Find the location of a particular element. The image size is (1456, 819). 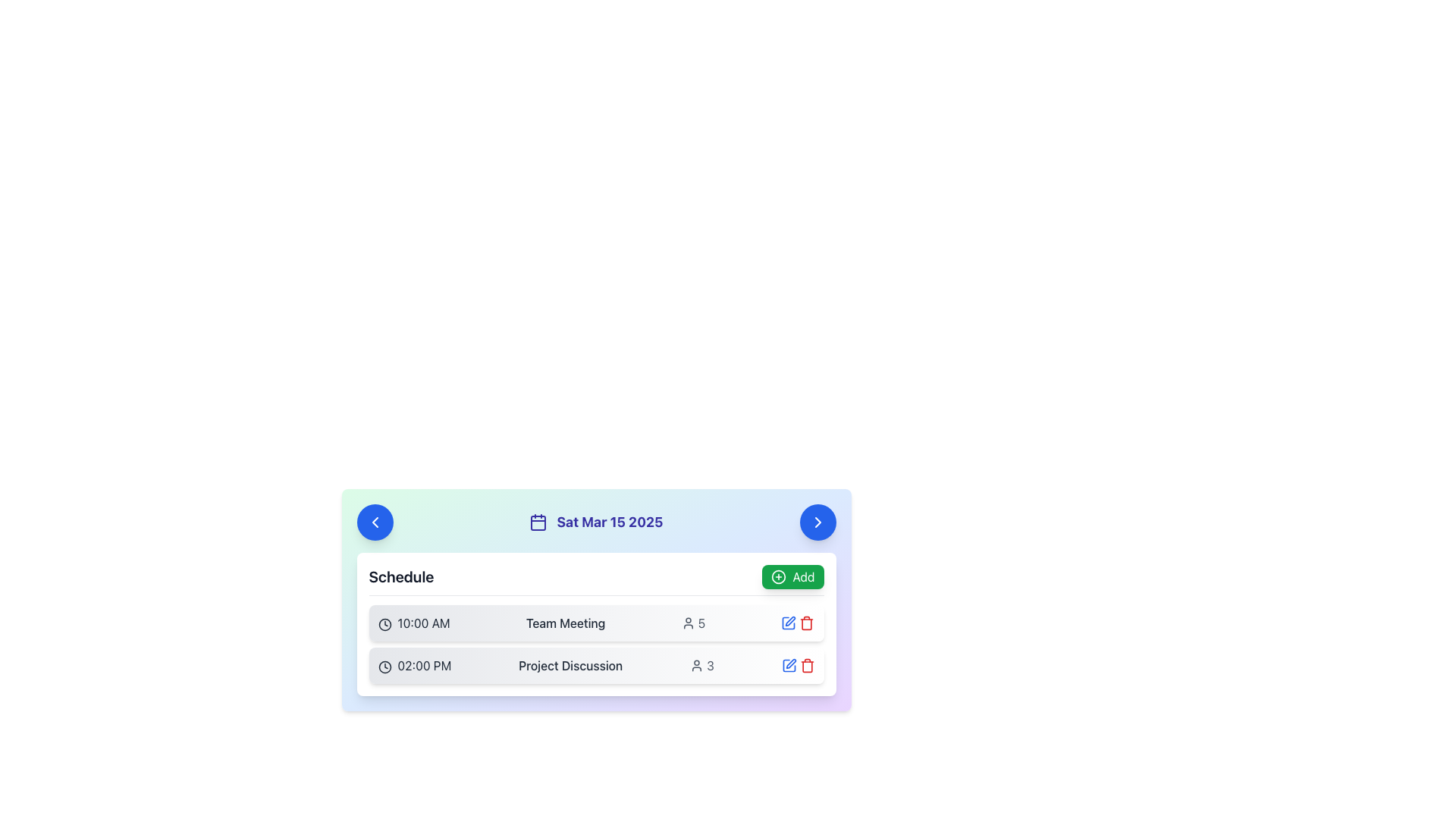

the Edit icon, which is a rectangular icon with a pen symbol, located to the right of the task 'Project Discussion' in the second row of the task scheduling interface is located at coordinates (789, 665).